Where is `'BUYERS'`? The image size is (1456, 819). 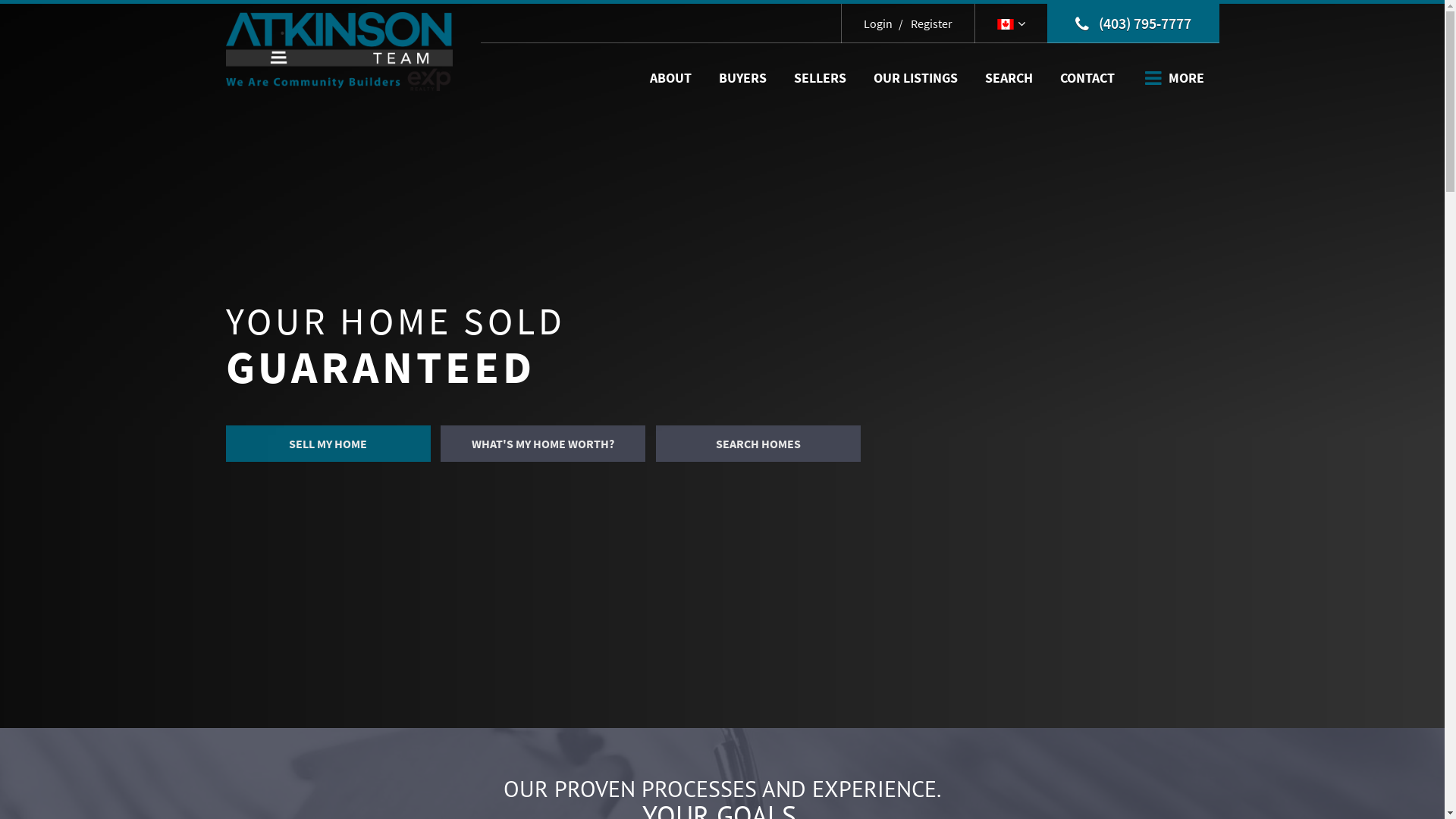 'BUYERS' is located at coordinates (742, 78).